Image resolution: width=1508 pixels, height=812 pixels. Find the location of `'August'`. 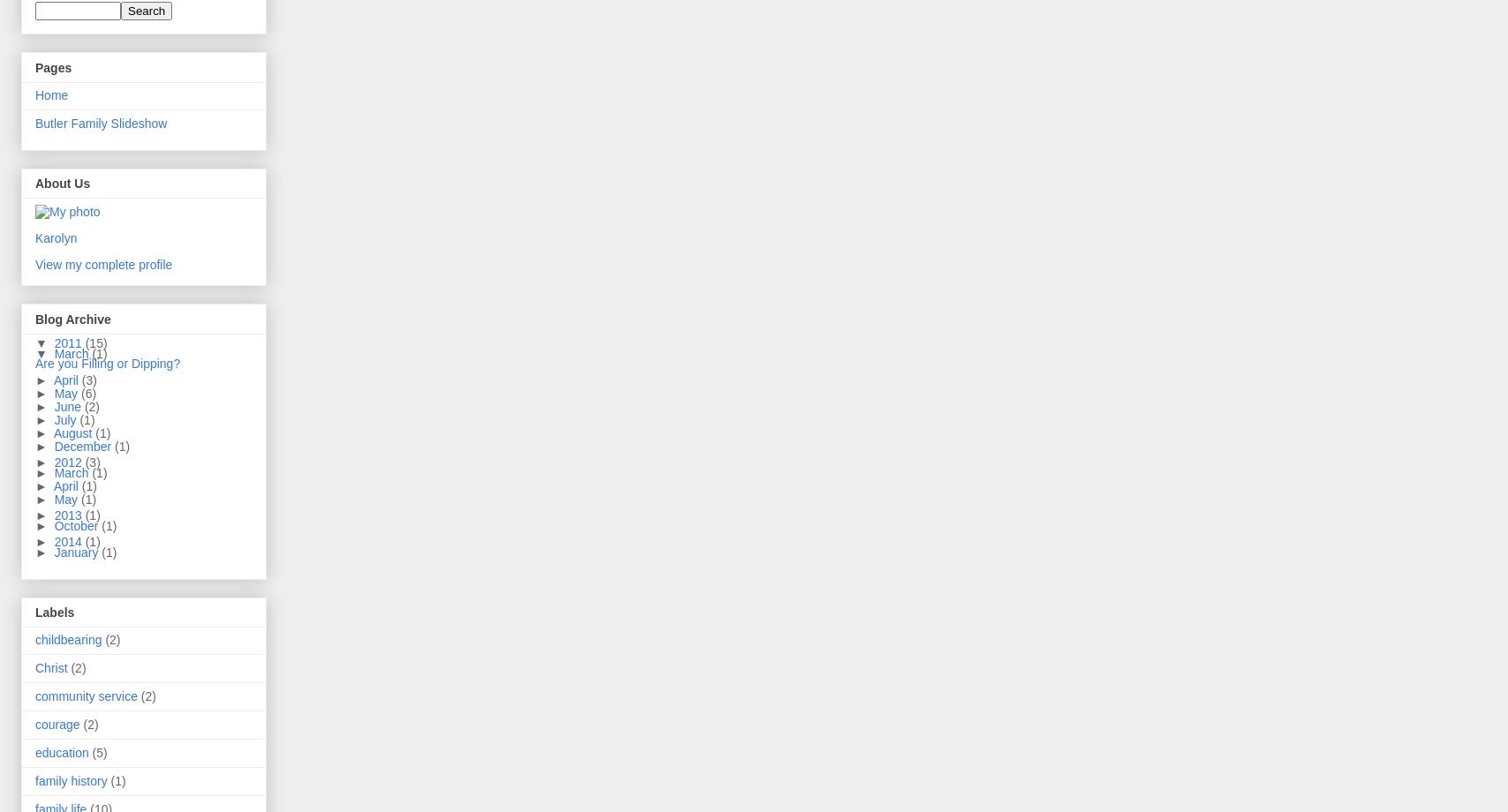

'August' is located at coordinates (74, 432).